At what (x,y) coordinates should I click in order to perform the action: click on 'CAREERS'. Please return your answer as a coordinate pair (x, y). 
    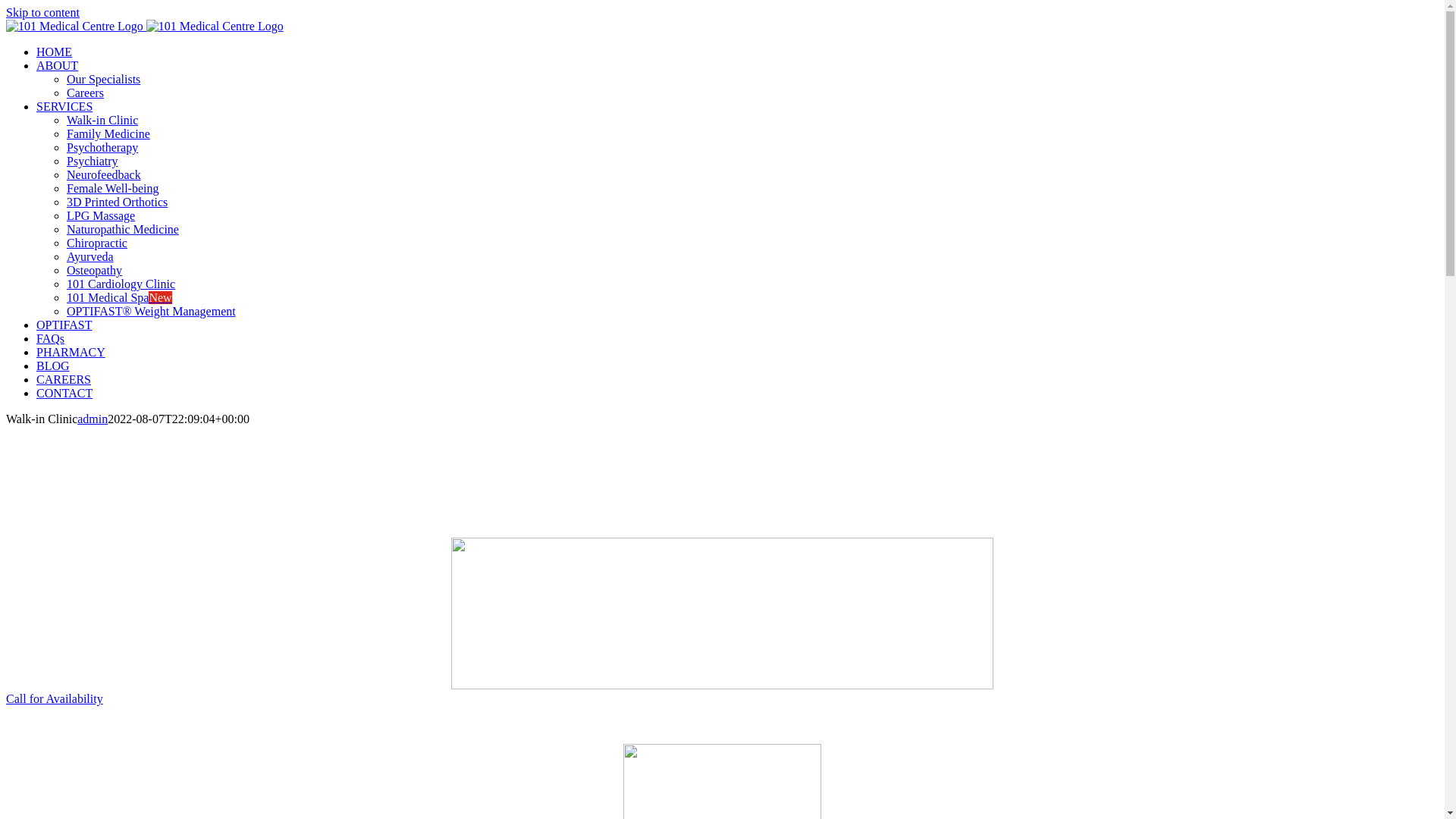
    Looking at the image, I should click on (62, 378).